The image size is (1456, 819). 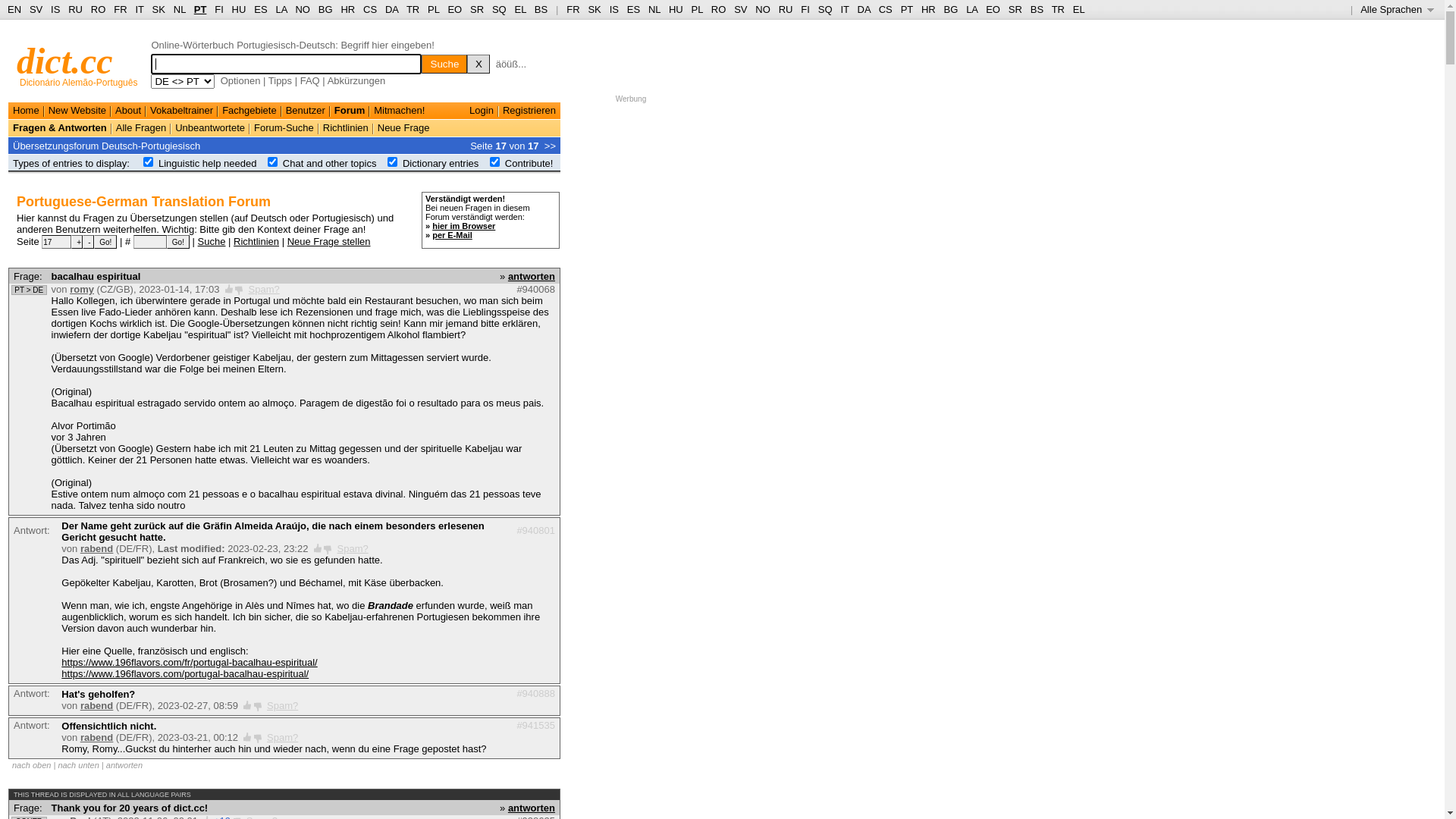 What do you see at coordinates (347, 9) in the screenshot?
I see `'HR'` at bounding box center [347, 9].